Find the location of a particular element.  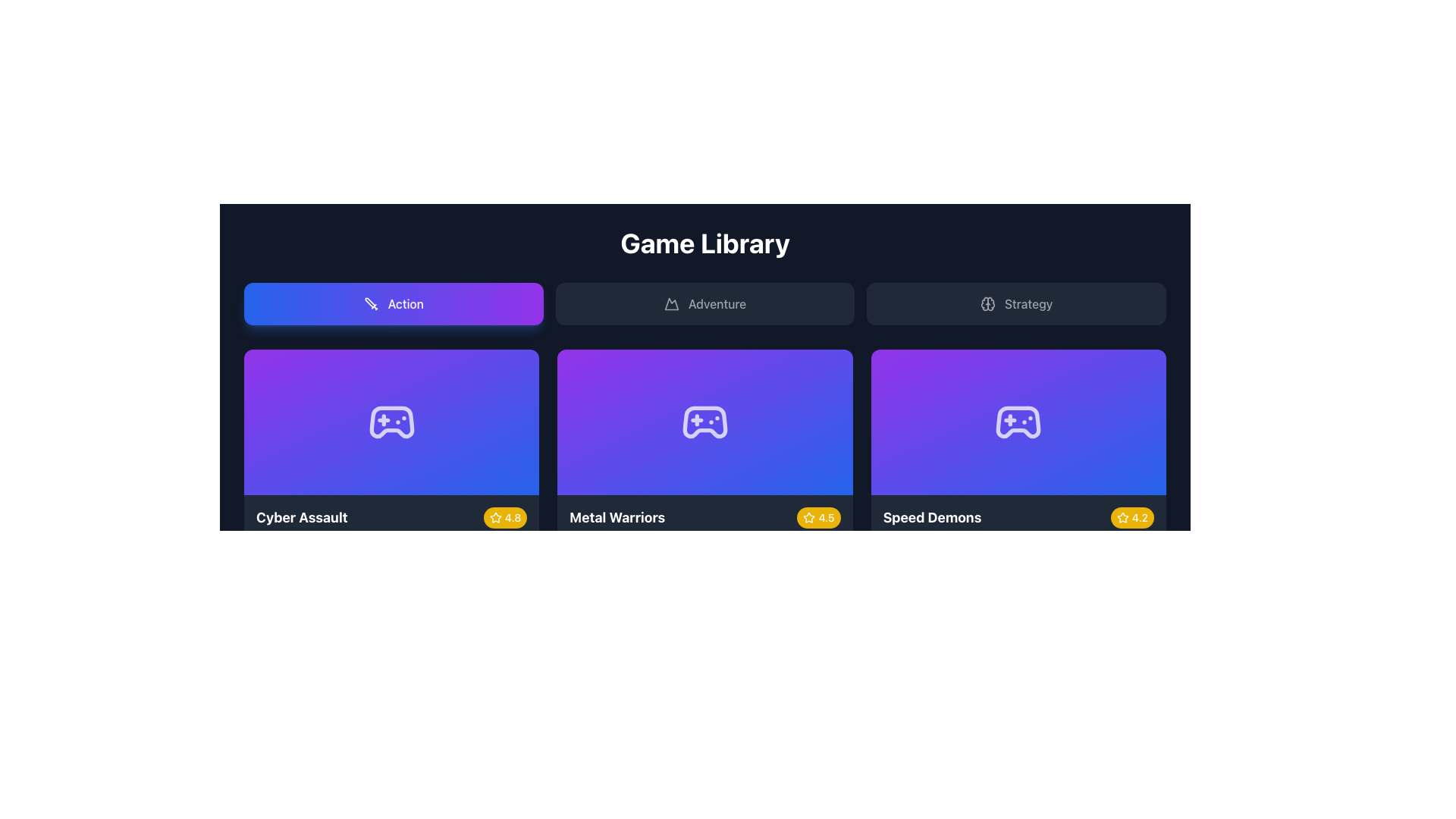

the 'Game Library' text element, which is prominently displayed in bold white font on a dark background, located at the top center of the interface is located at coordinates (704, 242).